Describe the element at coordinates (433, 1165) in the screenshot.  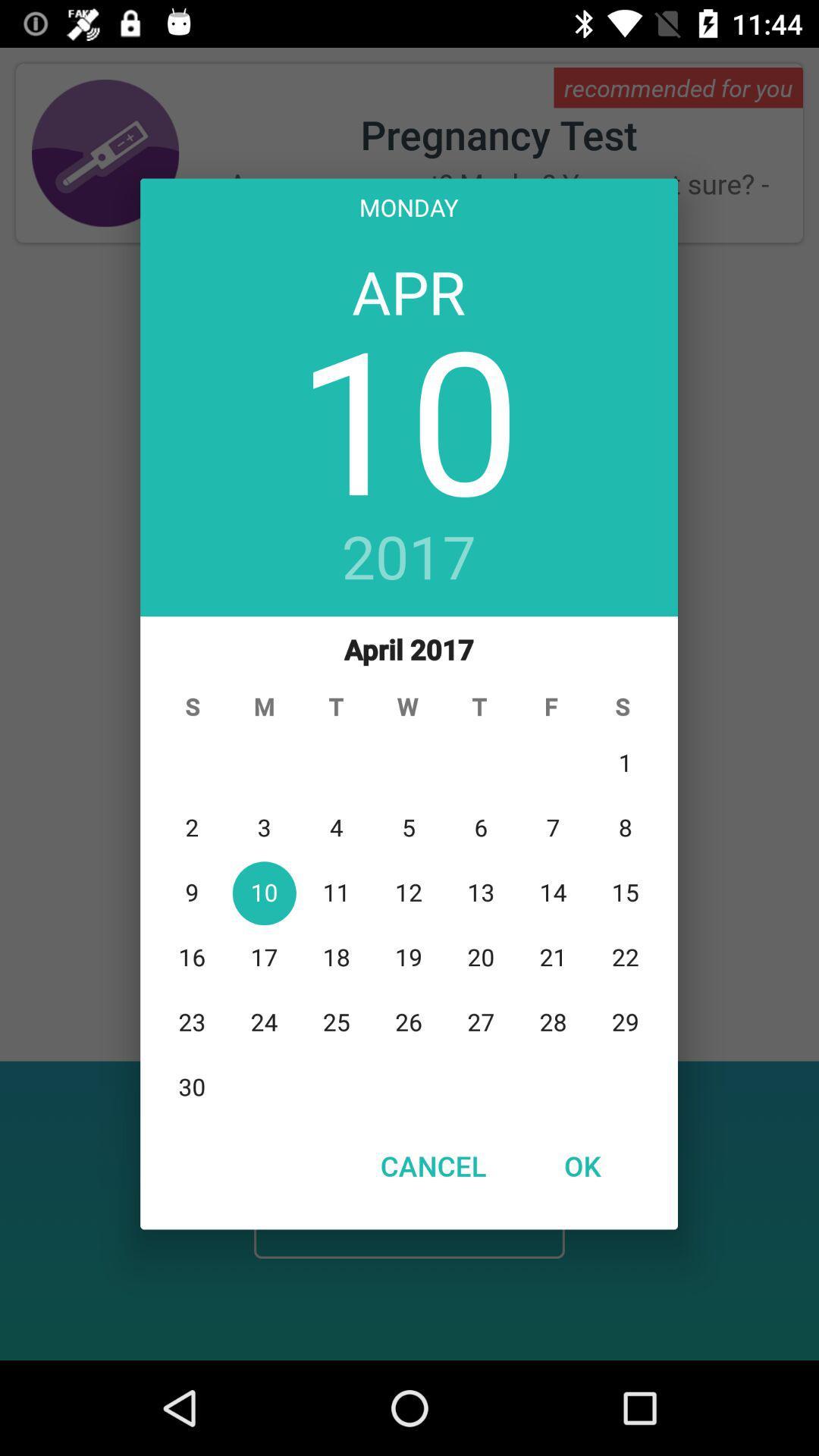
I see `item next to the ok item` at that location.